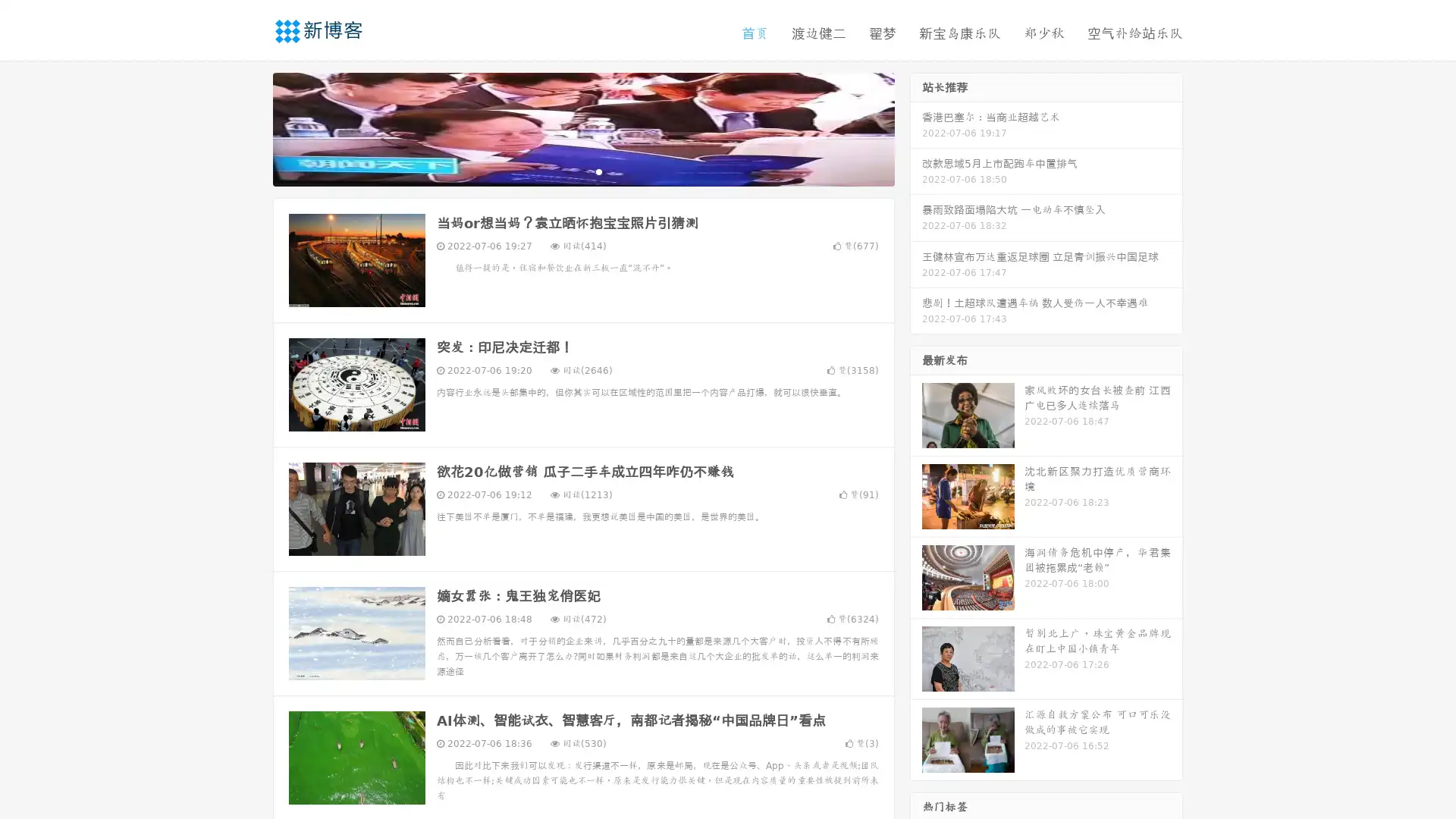  Describe the element at coordinates (567, 171) in the screenshot. I see `Go to slide 1` at that location.